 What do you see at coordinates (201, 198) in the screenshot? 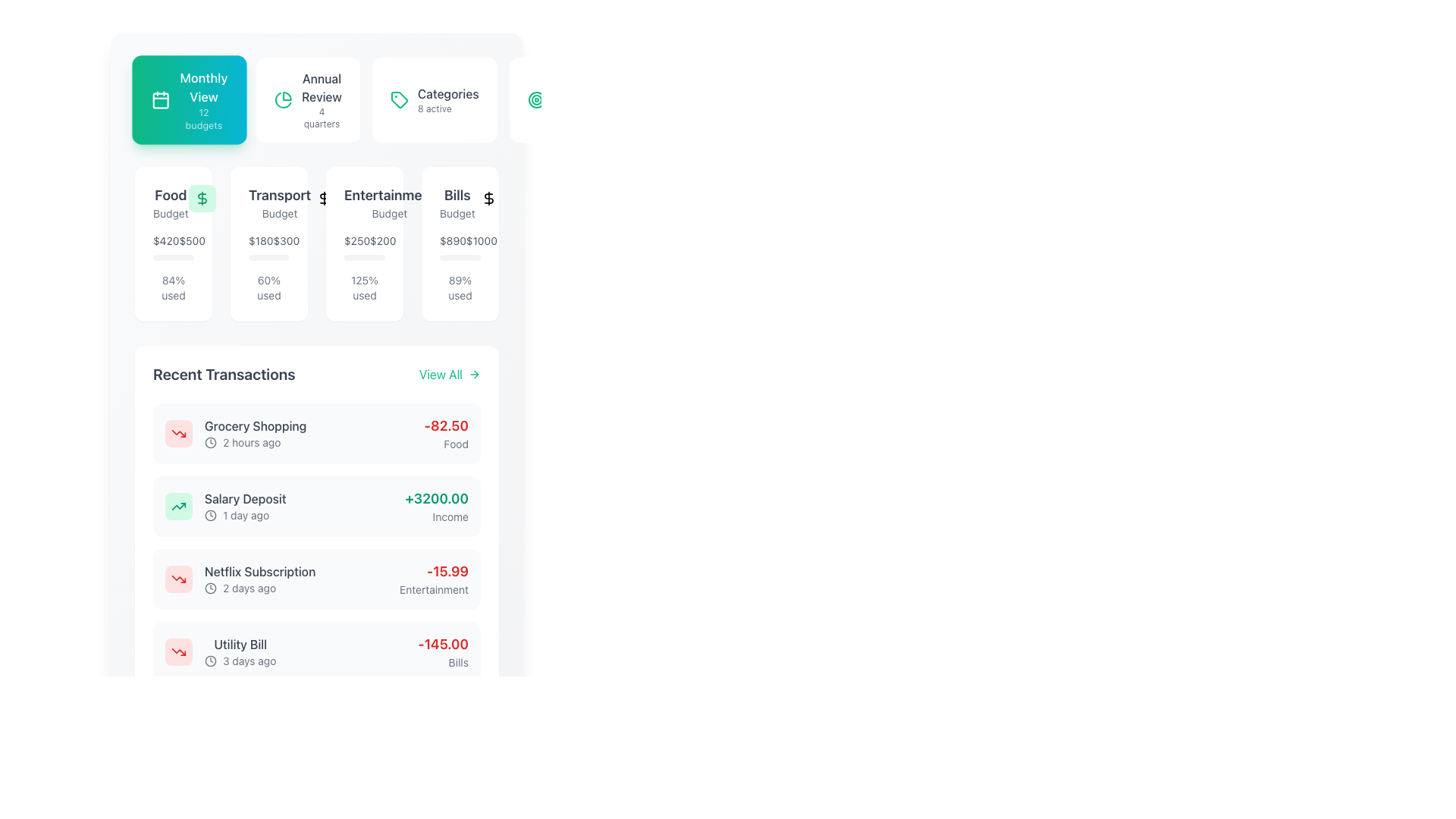
I see `the green dollar sign icon located in the 'Food Budget' box` at bounding box center [201, 198].